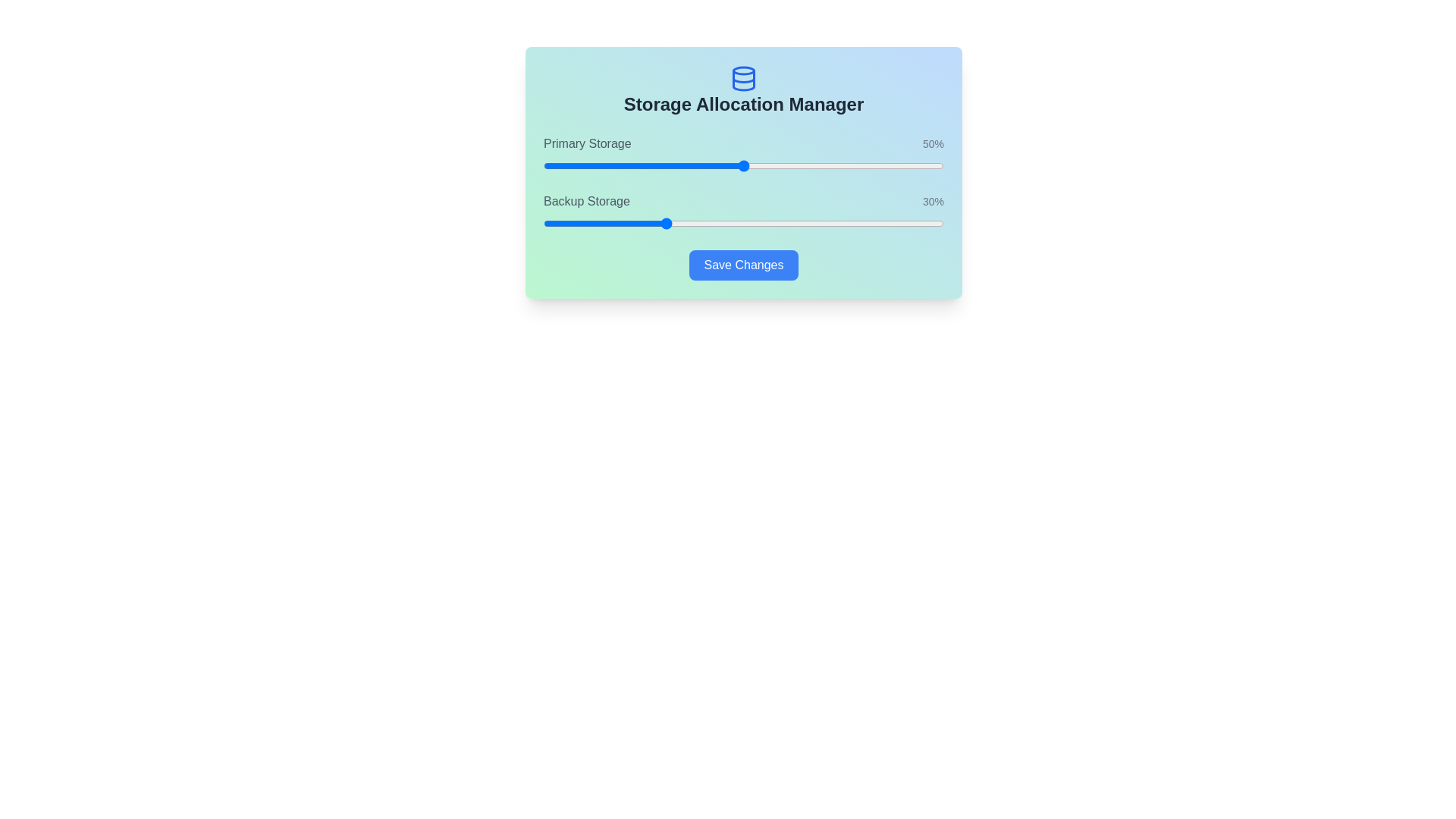 The image size is (1456, 819). Describe the element at coordinates (719, 166) in the screenshot. I see `the Primary Storage slider to set its value to 44` at that location.